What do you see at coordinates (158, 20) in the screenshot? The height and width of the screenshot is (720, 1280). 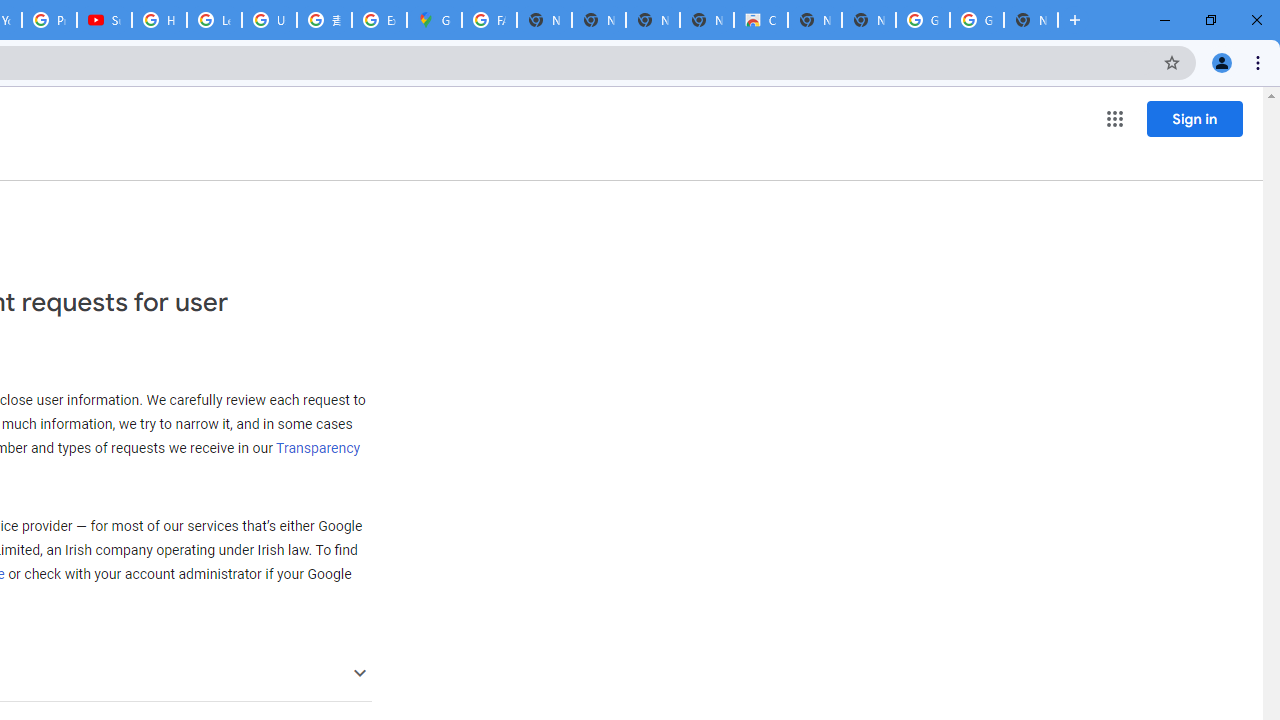 I see `'How Chrome protects your passwords - Google Chrome Help'` at bounding box center [158, 20].